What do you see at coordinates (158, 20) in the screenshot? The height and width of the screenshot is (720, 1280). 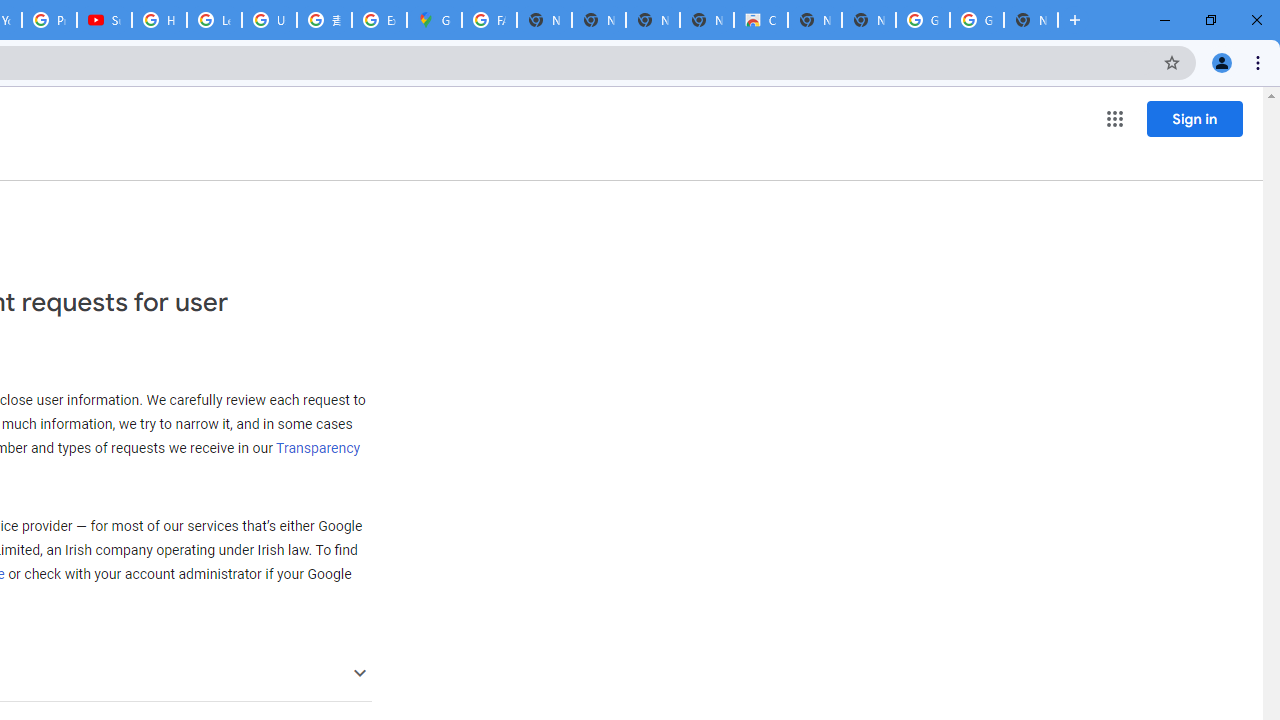 I see `'How Chrome protects your passwords - Google Chrome Help'` at bounding box center [158, 20].